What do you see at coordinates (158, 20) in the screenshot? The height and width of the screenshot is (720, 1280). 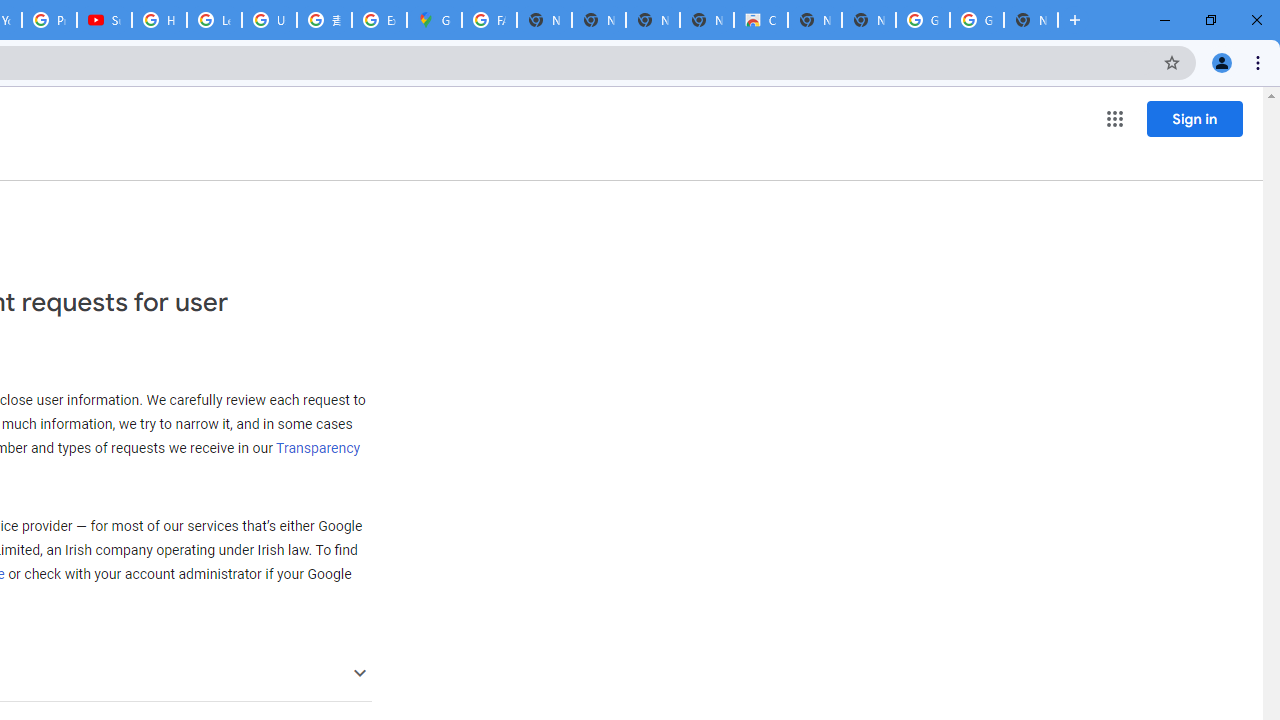 I see `'How Chrome protects your passwords - Google Chrome Help'` at bounding box center [158, 20].